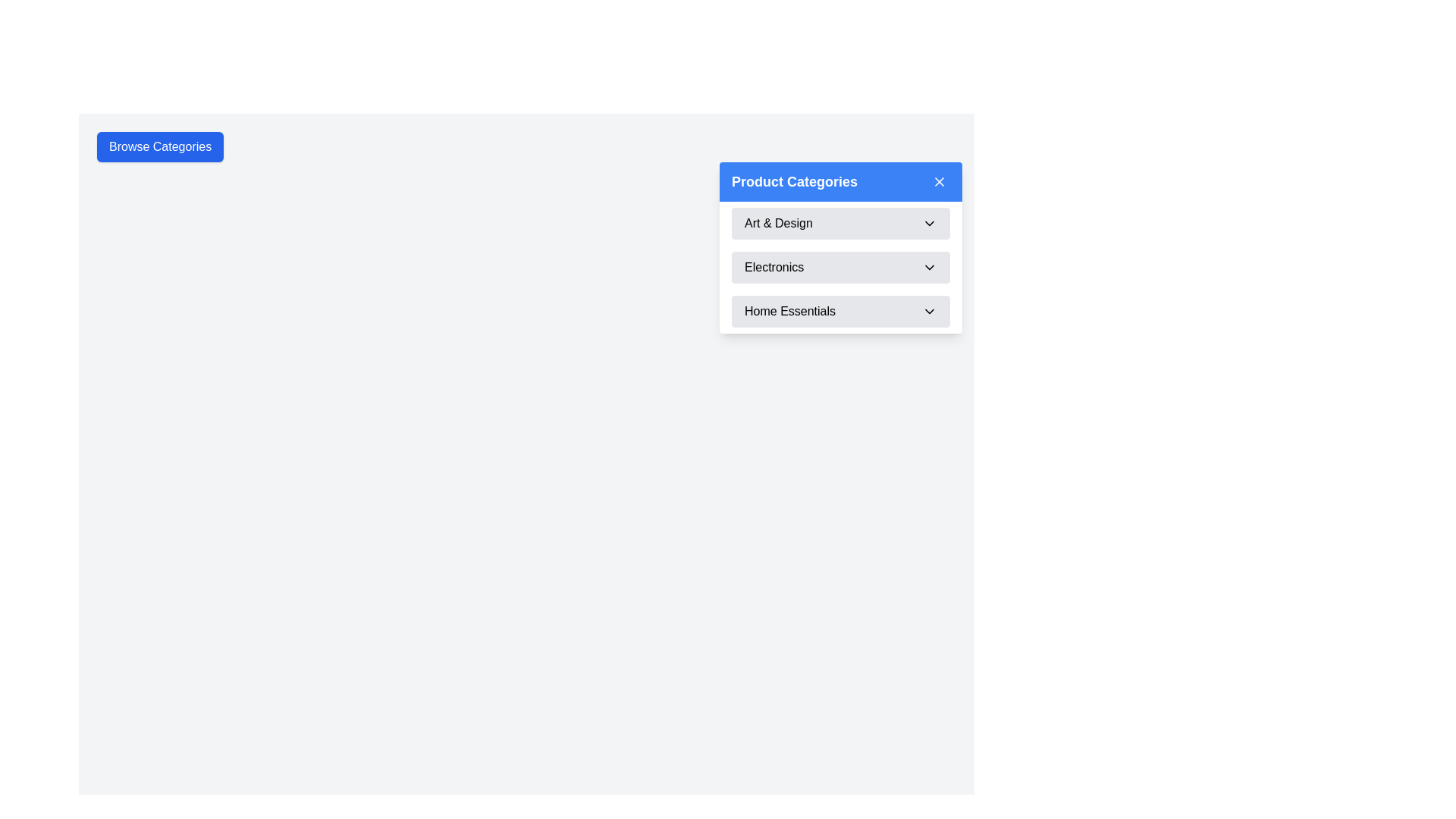 This screenshot has width=1456, height=819. Describe the element at coordinates (839, 267) in the screenshot. I see `the 'Electronics' entry` at that location.